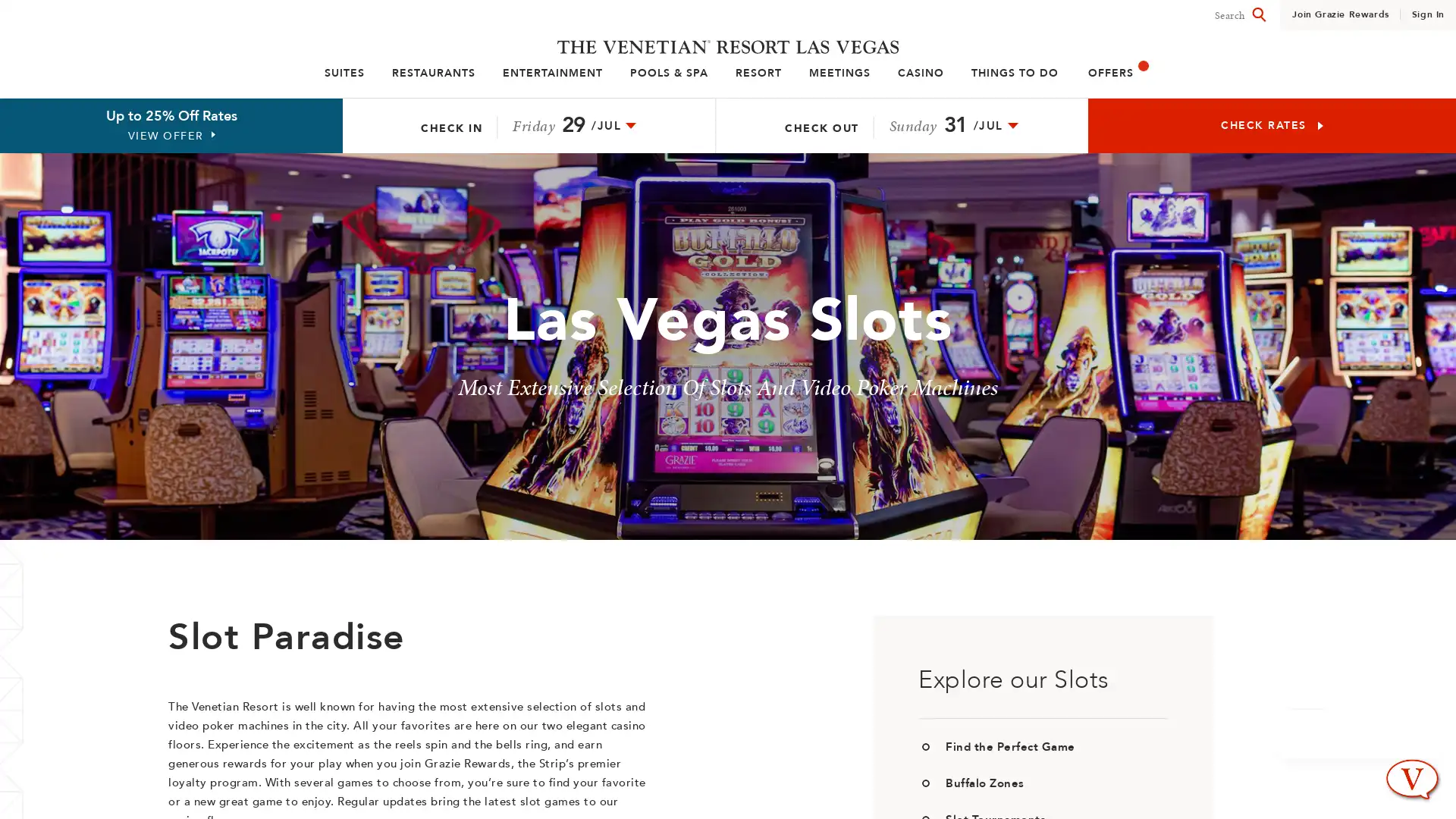 The height and width of the screenshot is (819, 1456). I want to click on check-in date, so click(630, 124).